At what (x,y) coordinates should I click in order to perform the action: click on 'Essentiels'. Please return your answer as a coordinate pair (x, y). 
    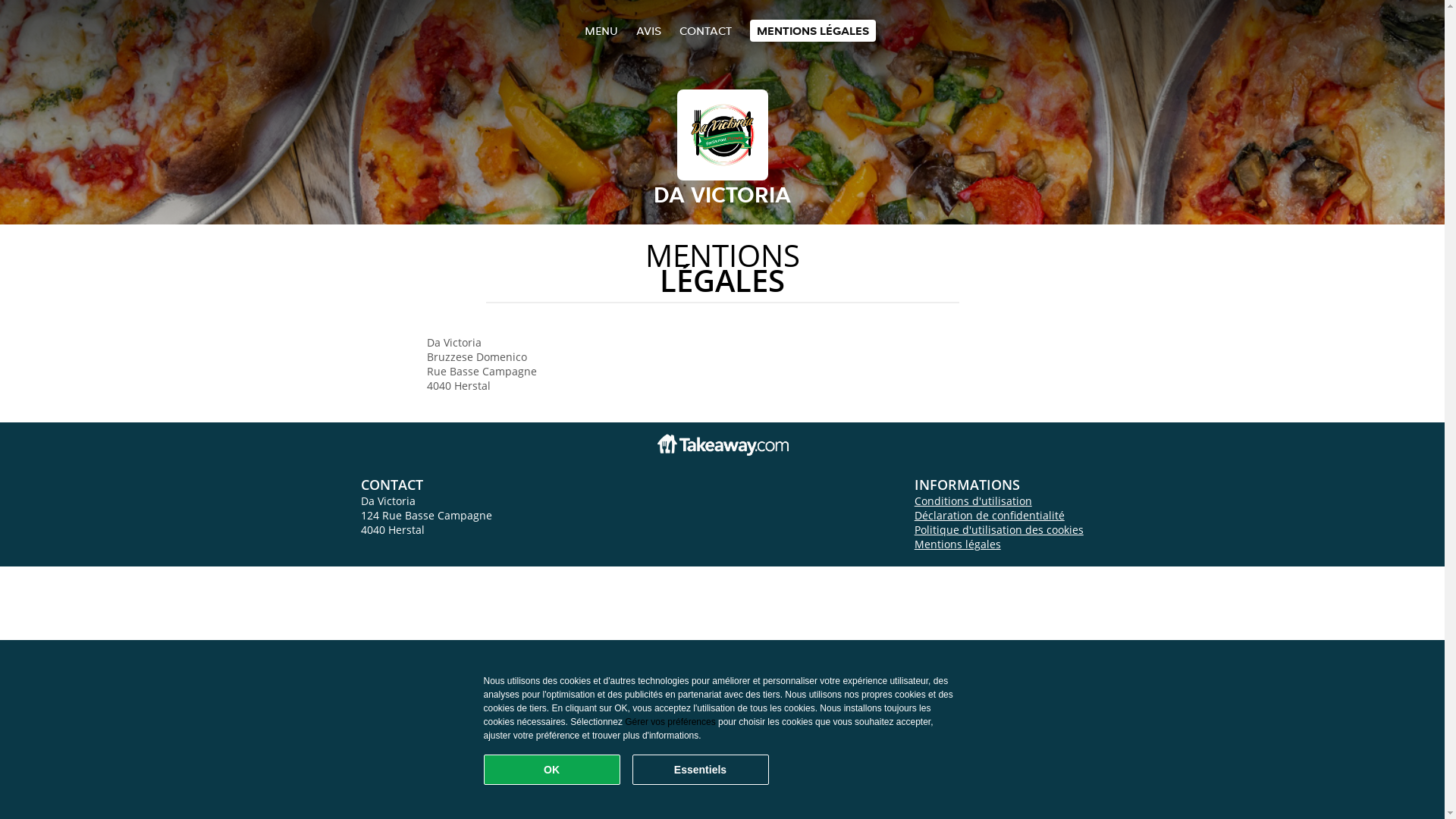
    Looking at the image, I should click on (699, 769).